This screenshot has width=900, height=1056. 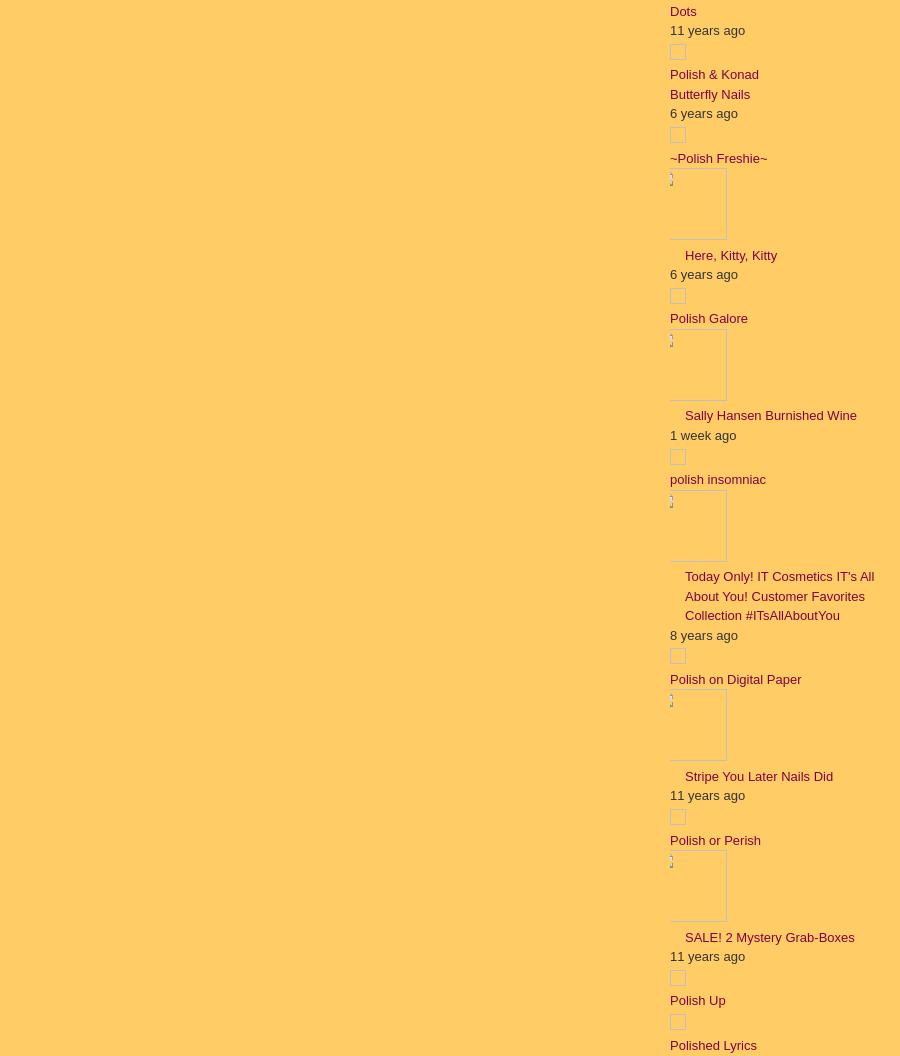 I want to click on 'Polish or Perish', so click(x=714, y=839).